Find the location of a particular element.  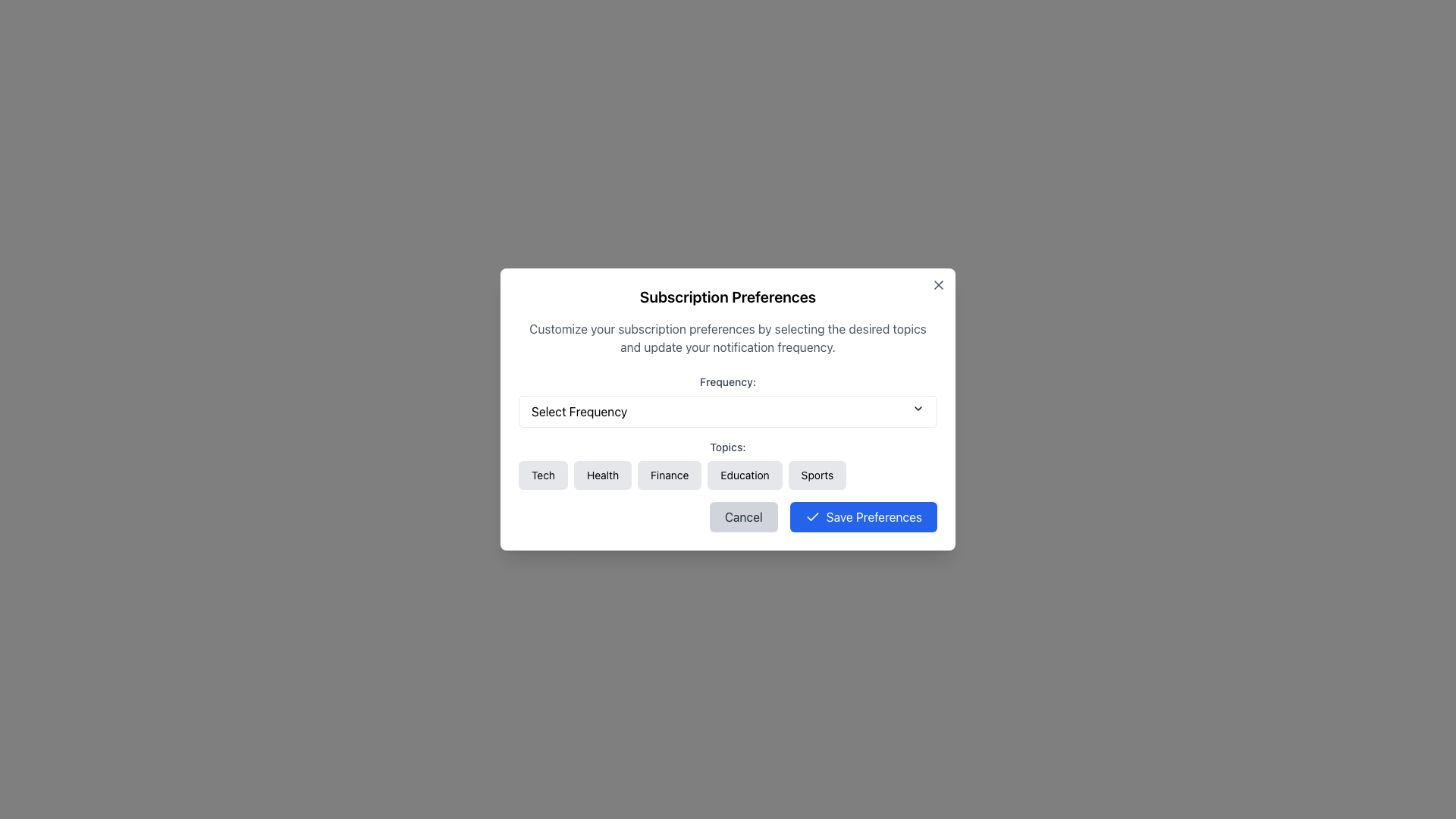

an option from the Dropdown menu for setting the notification frequency located within the 'Subscription Preferences' card, which is the first input field above the 'Topics' section is located at coordinates (728, 400).